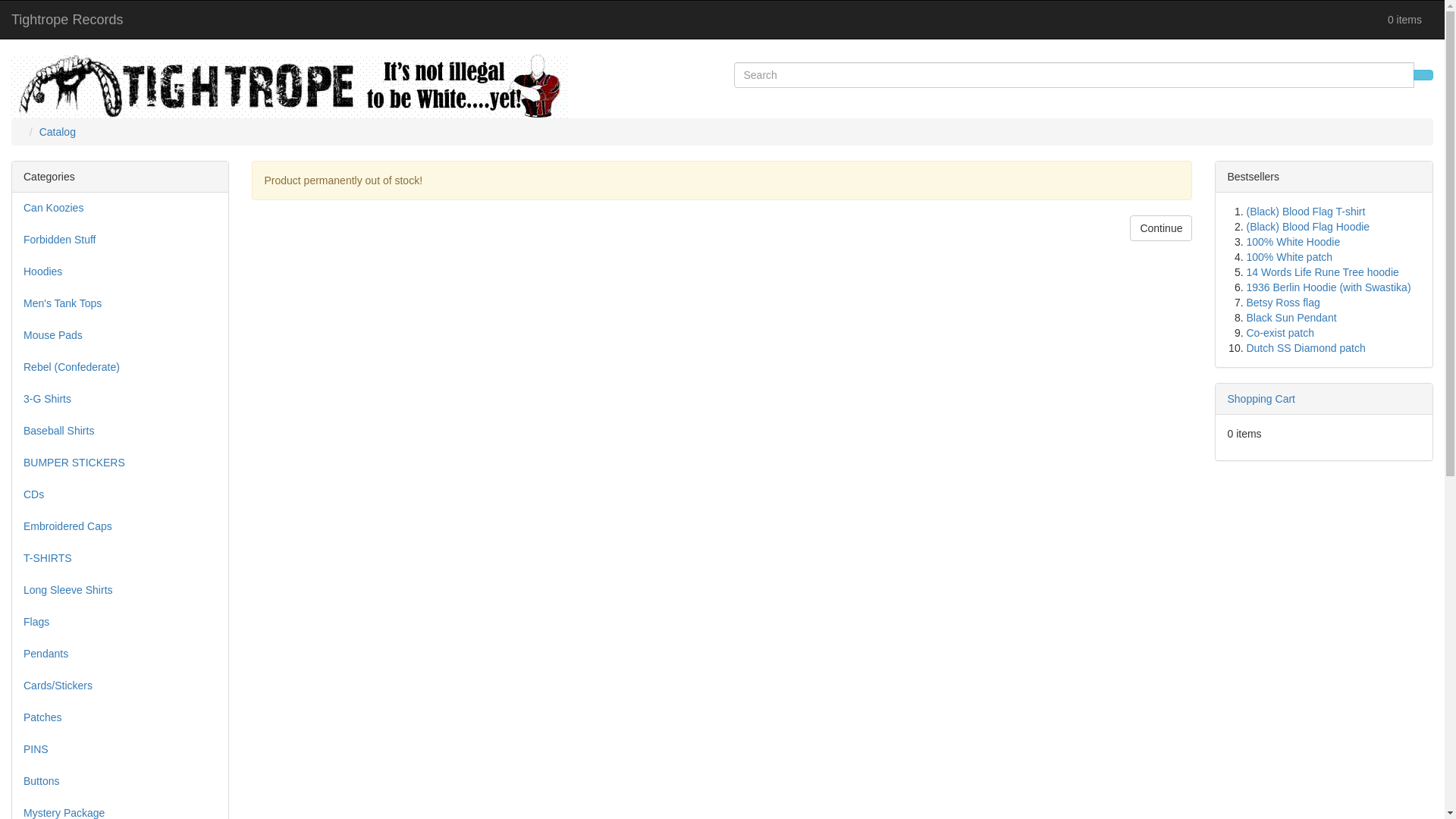  I want to click on 'Betsy Ross flag', so click(1282, 302).